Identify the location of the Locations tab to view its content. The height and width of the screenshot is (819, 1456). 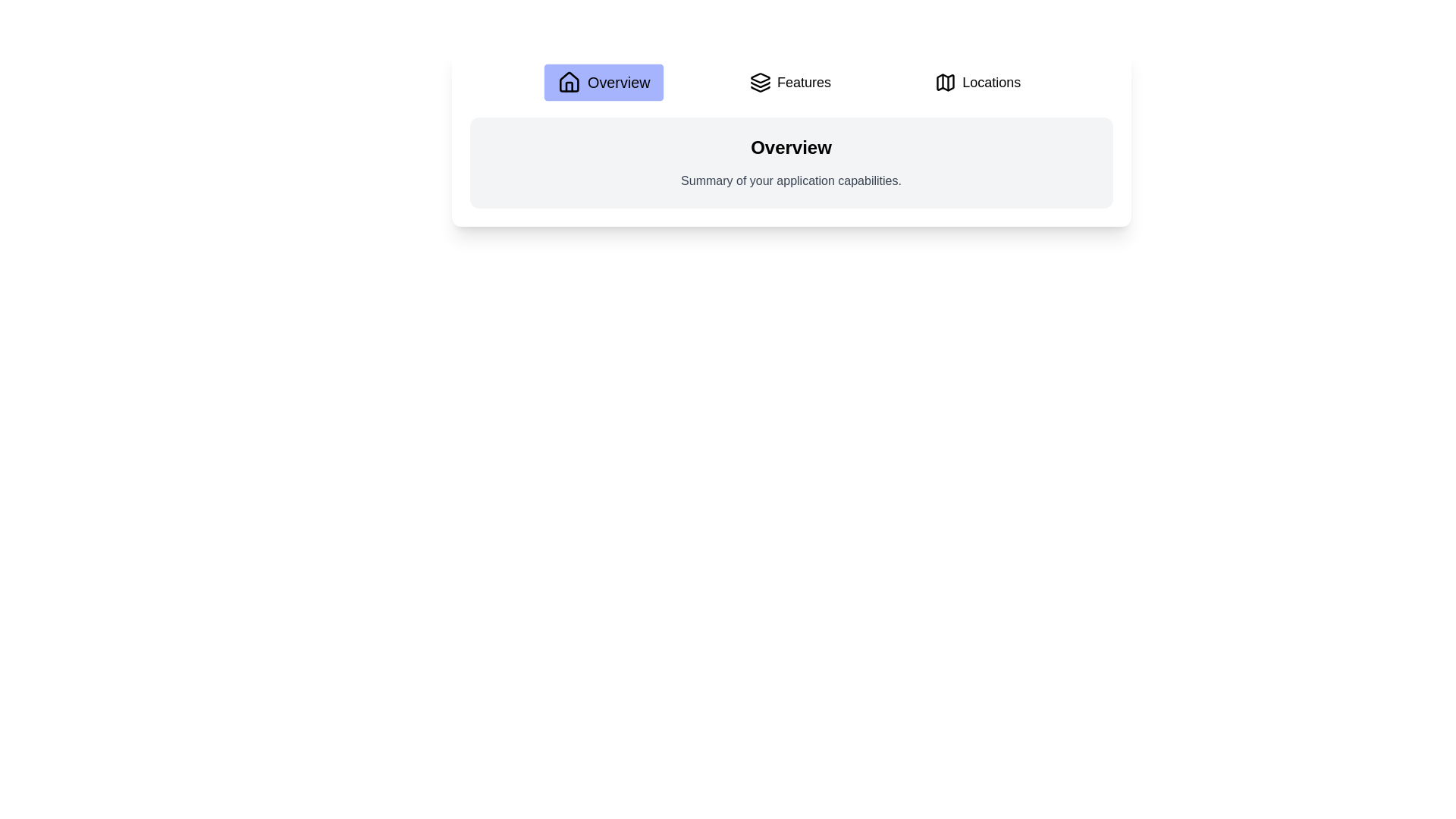
(977, 82).